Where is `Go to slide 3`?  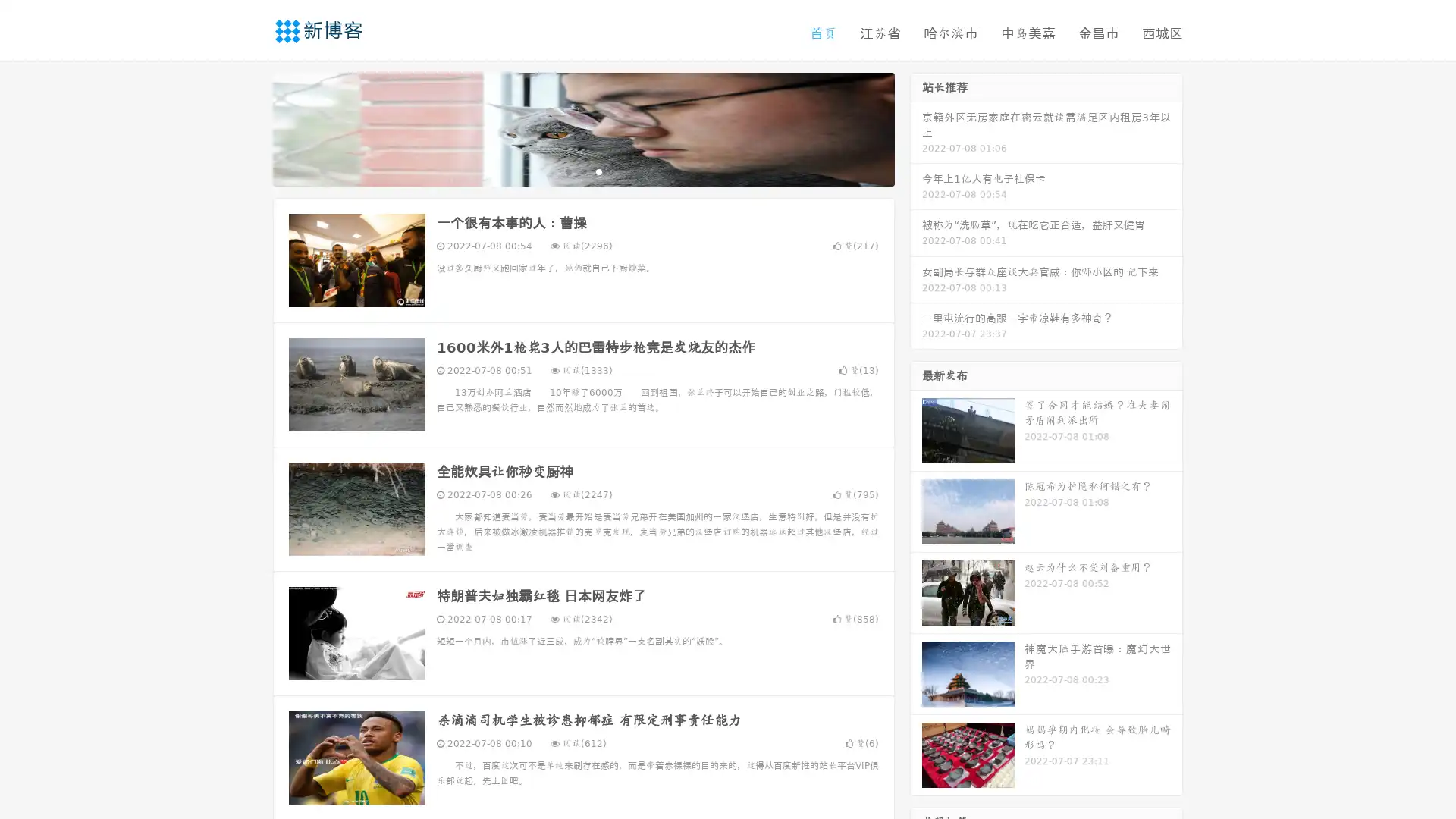 Go to slide 3 is located at coordinates (598, 171).